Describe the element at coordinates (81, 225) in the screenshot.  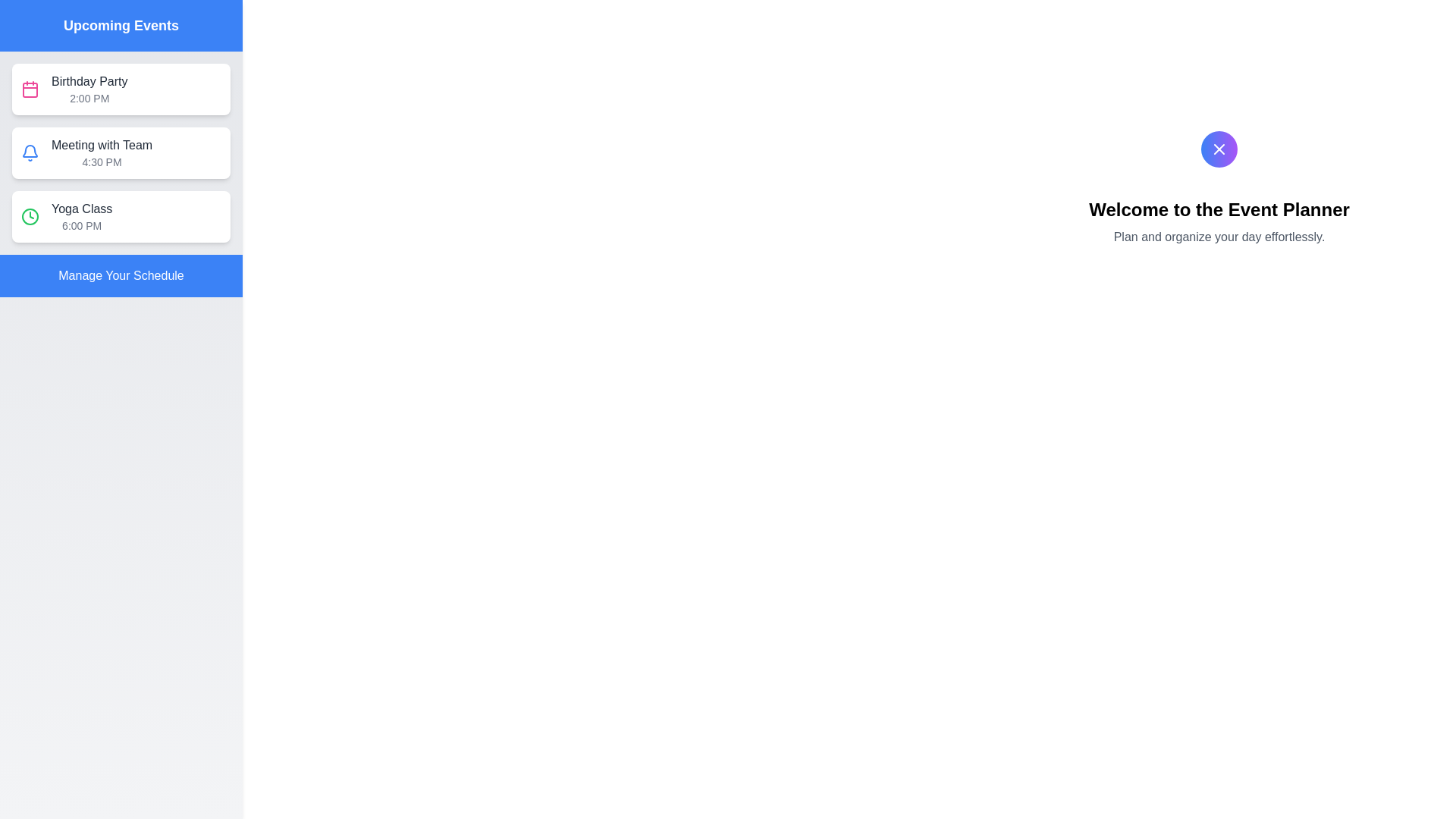
I see `the text label that provides the time associated with the 'Yoga Class' event, located beneath the bold 'Yoga Class' label in the 'Upcoming Events' section` at that location.